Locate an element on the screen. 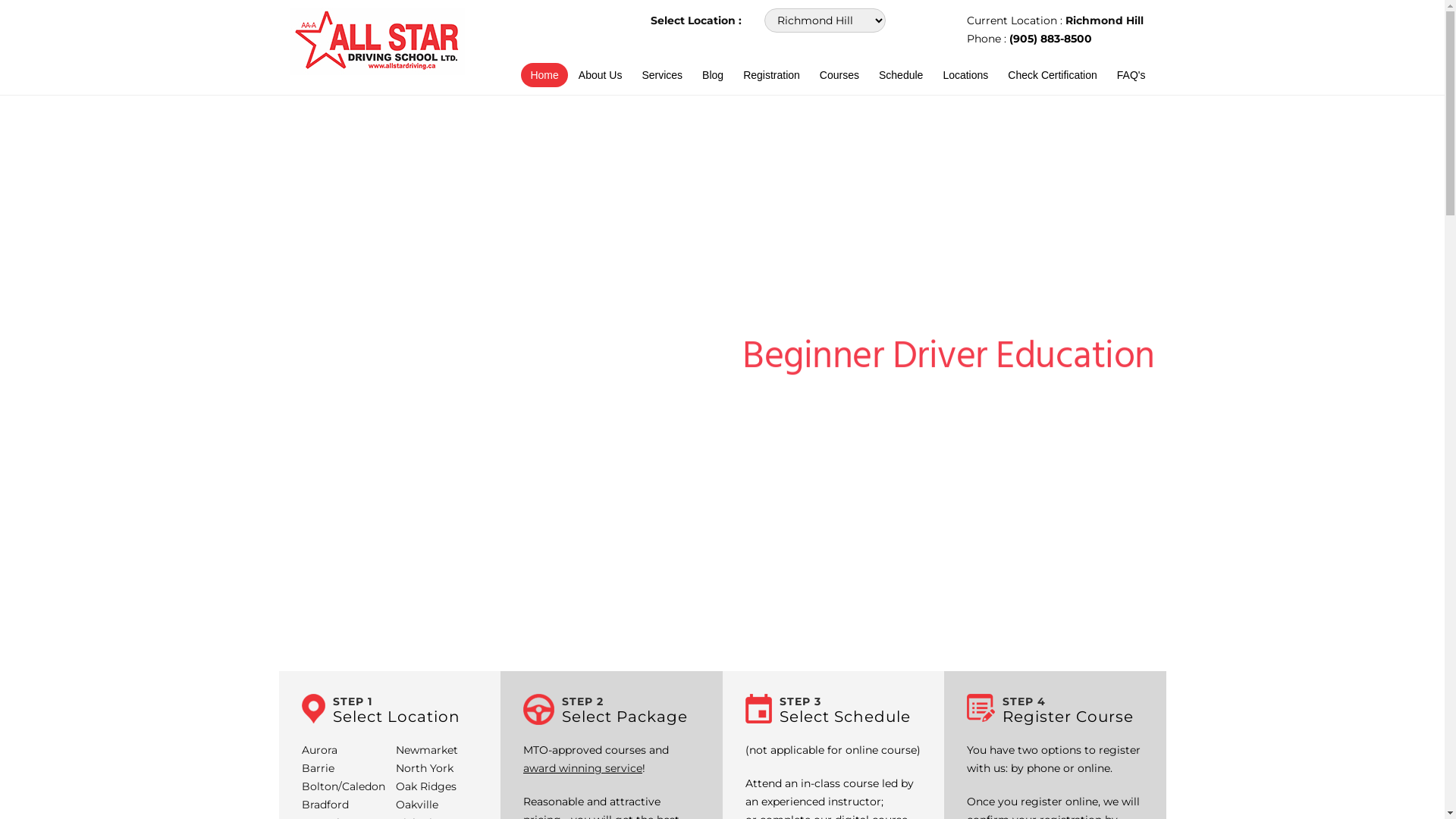  'Bolton/Caledon' is located at coordinates (302, 786).